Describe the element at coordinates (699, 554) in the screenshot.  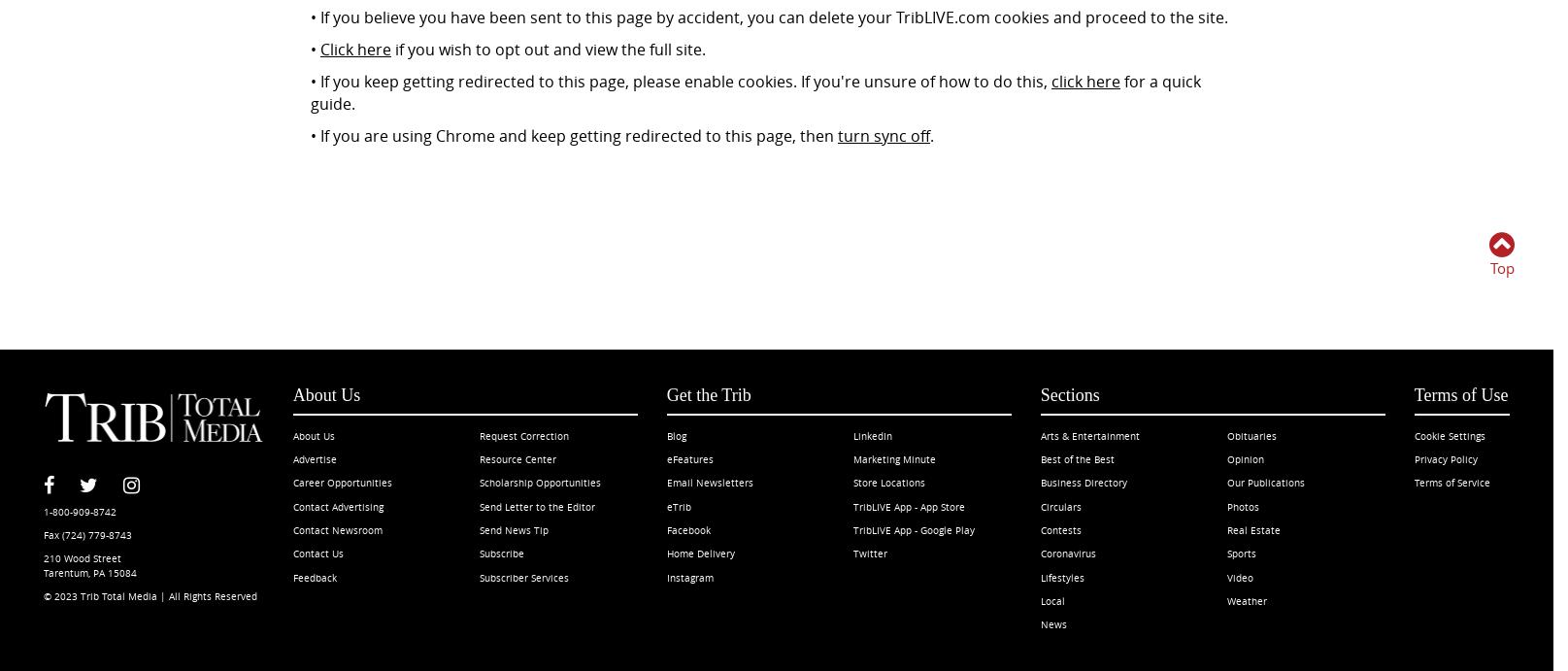
I see `'Home Delivery'` at that location.